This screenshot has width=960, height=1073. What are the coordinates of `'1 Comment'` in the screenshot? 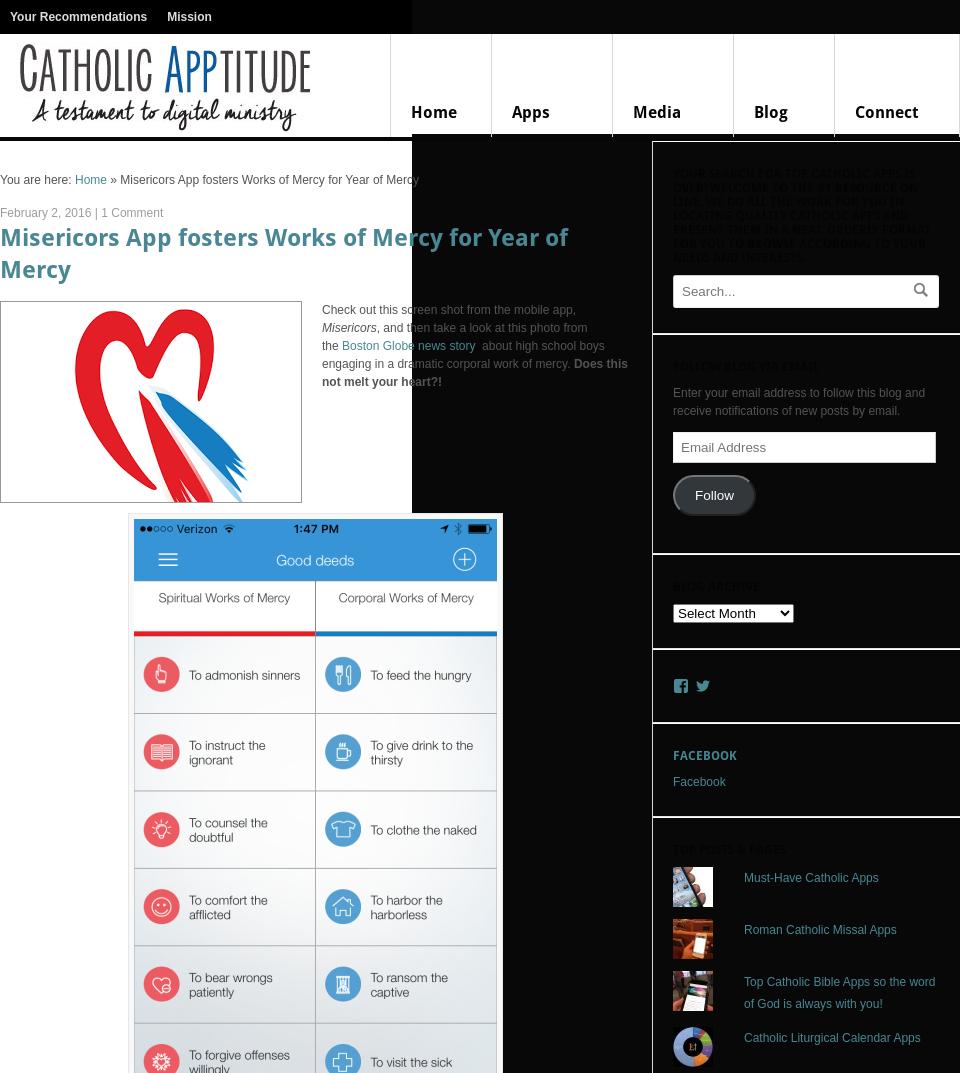 It's located at (131, 212).